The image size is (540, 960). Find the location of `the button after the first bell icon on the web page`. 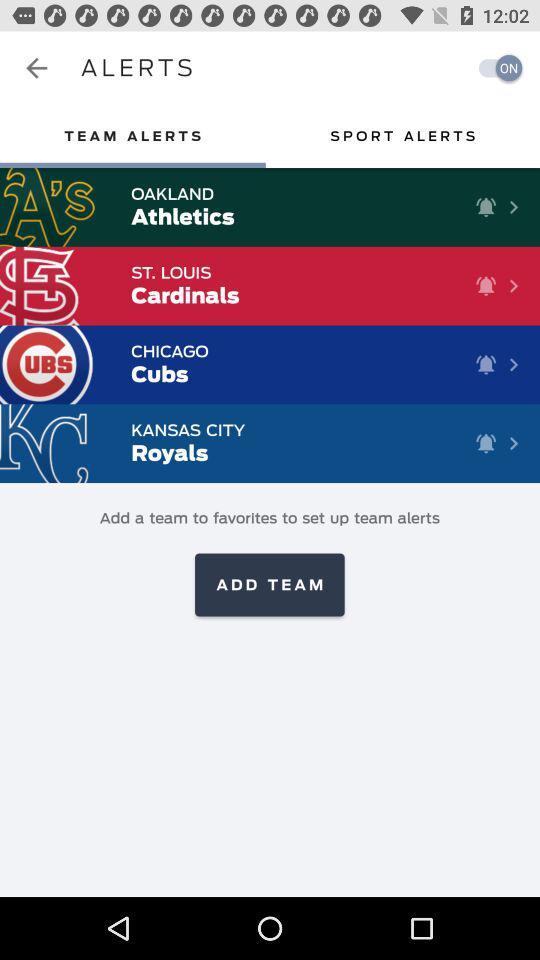

the button after the first bell icon on the web page is located at coordinates (514, 207).